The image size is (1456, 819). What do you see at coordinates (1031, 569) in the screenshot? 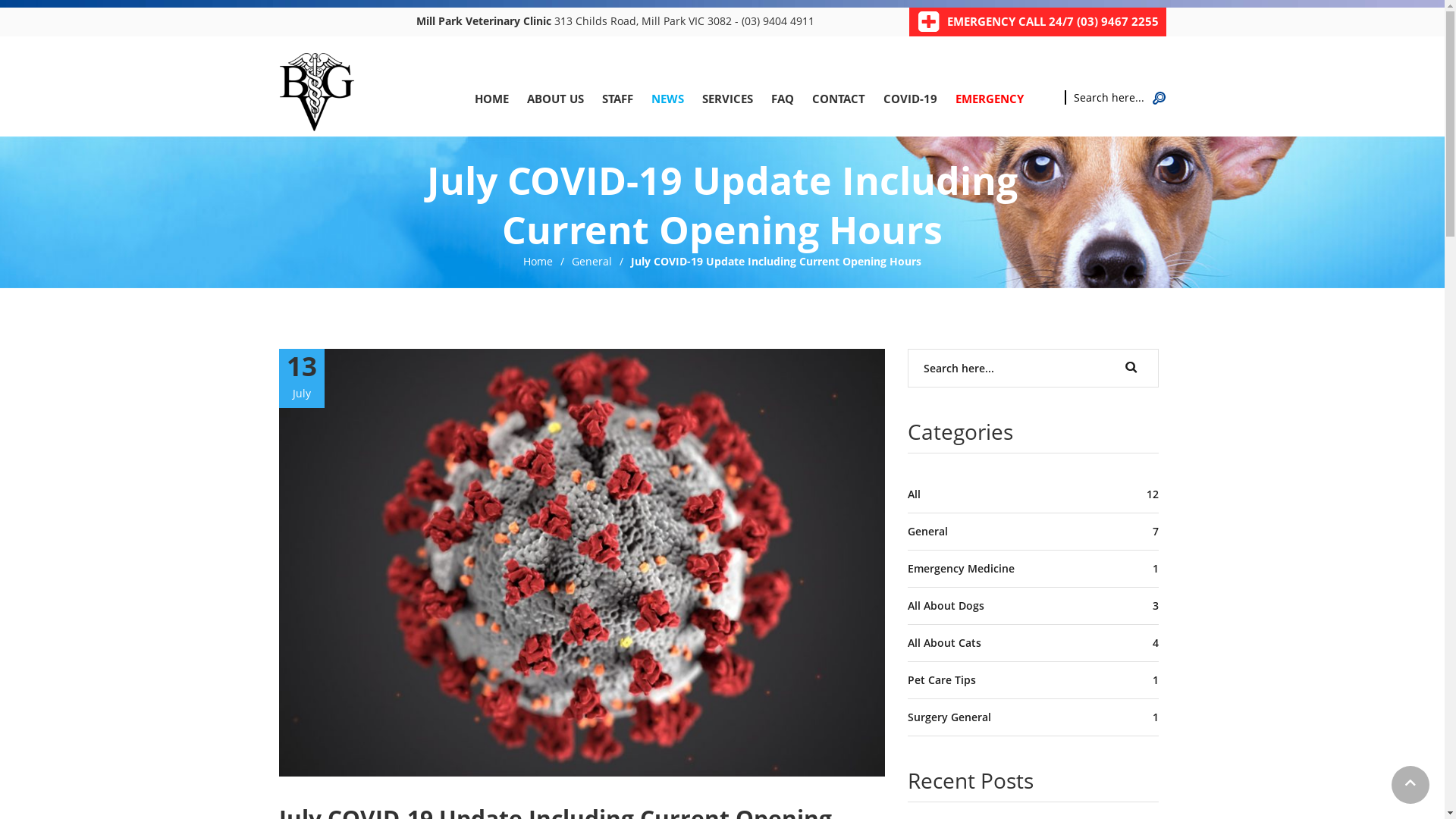
I see `'Emergency Medicine` at bounding box center [1031, 569].